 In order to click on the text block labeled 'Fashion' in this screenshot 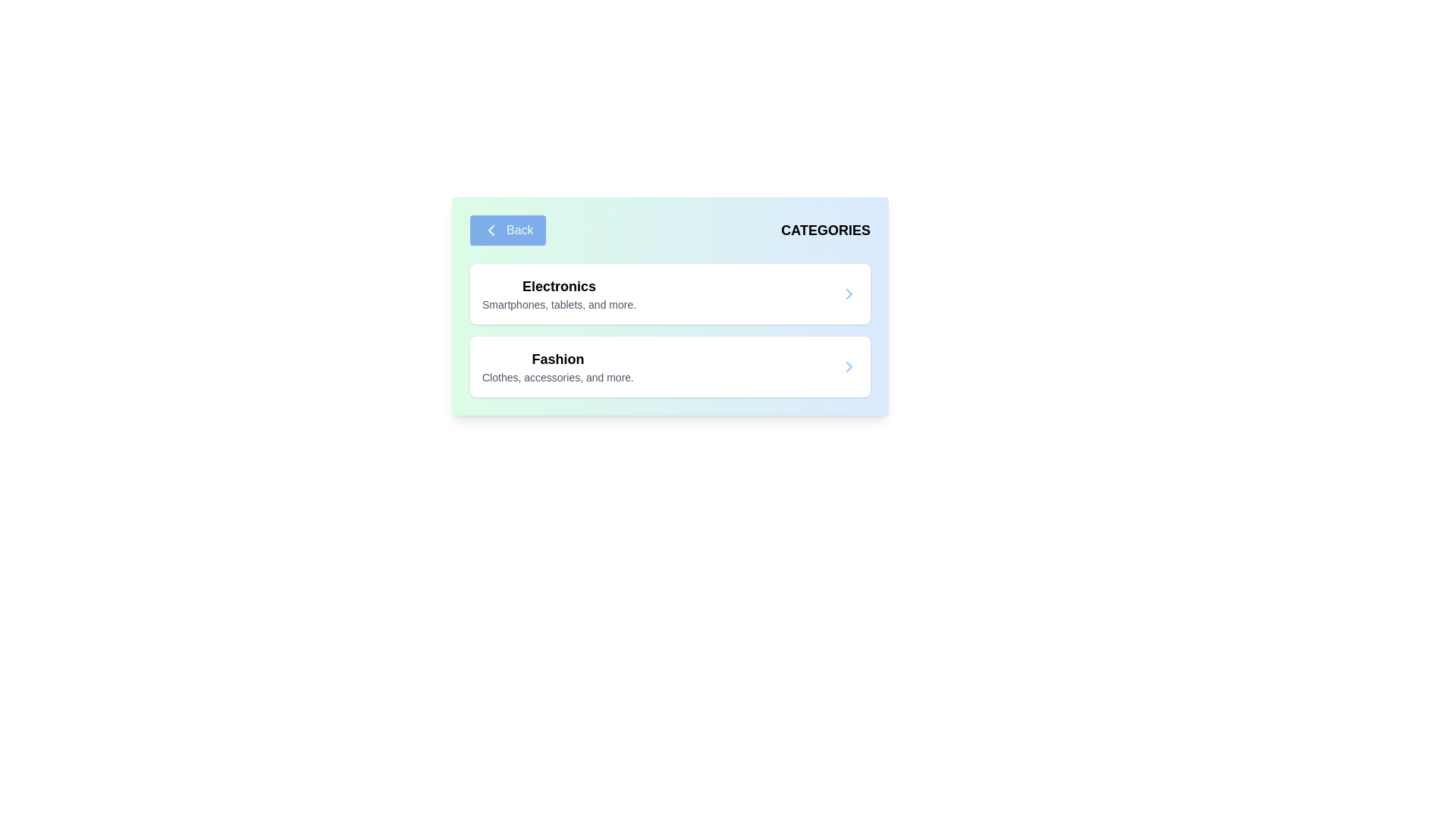, I will do `click(557, 366)`.